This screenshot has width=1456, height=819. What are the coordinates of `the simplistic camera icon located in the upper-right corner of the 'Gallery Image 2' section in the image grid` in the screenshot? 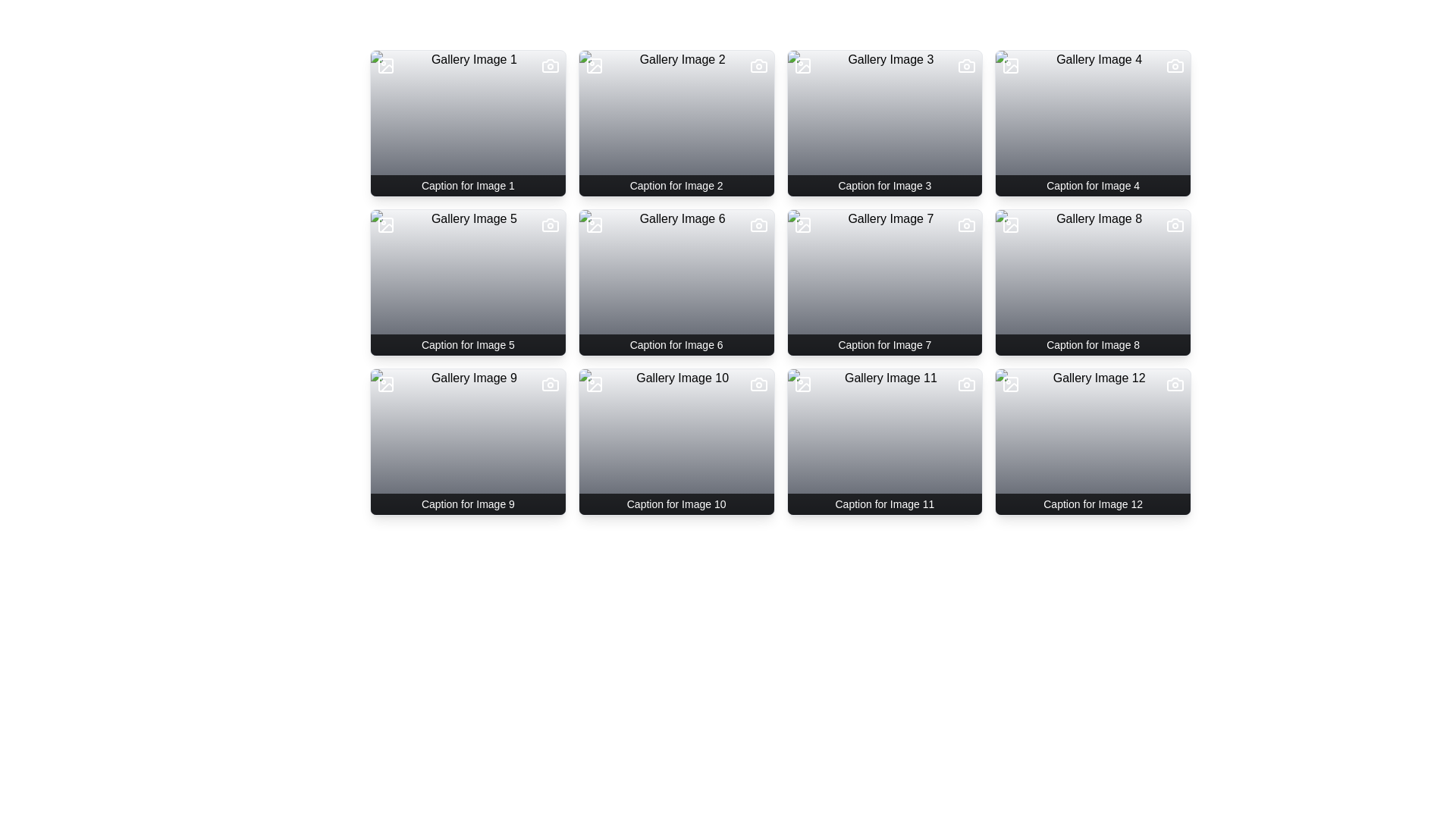 It's located at (758, 65).